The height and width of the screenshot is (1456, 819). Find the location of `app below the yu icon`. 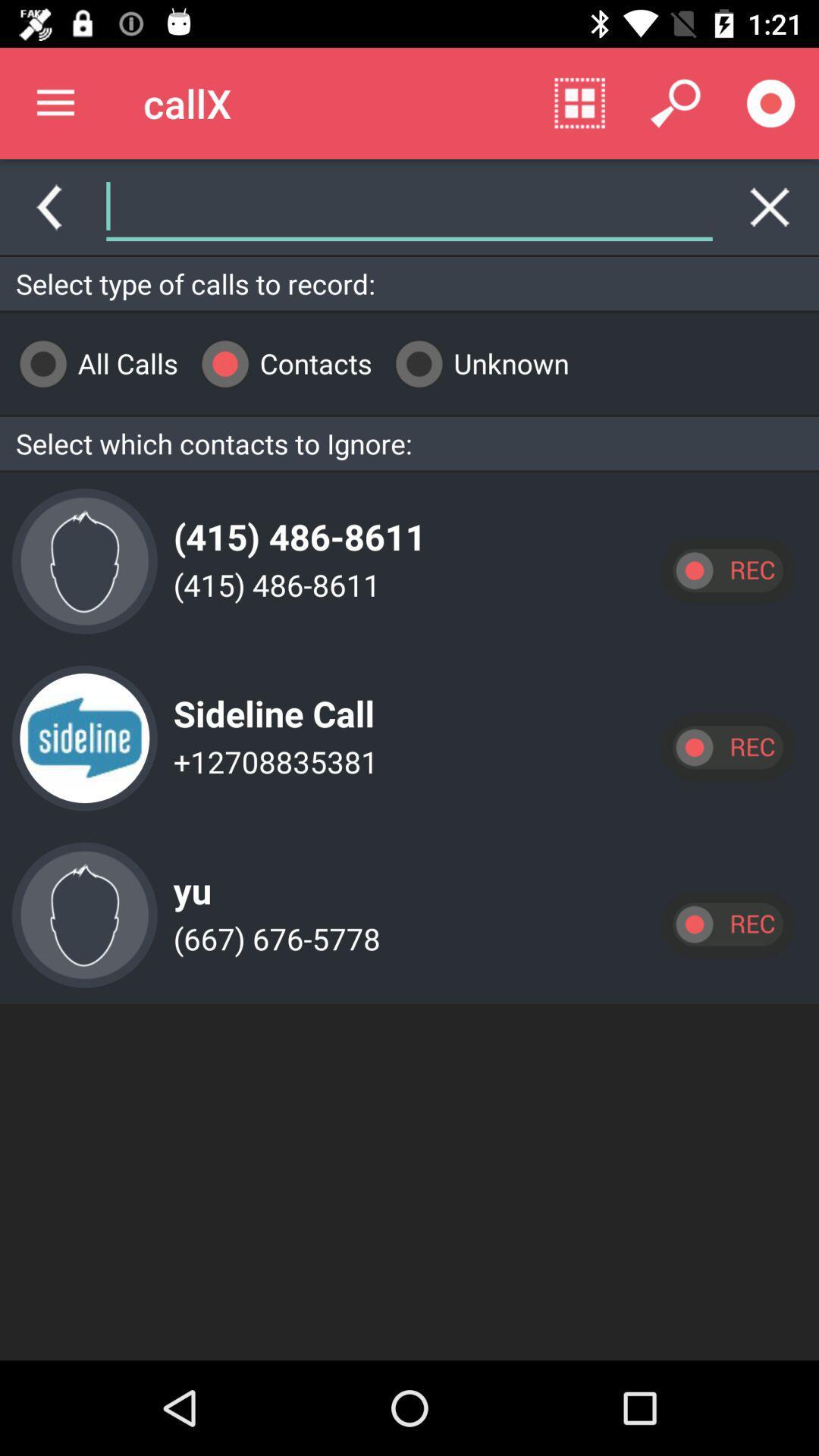

app below the yu icon is located at coordinates (271, 937).